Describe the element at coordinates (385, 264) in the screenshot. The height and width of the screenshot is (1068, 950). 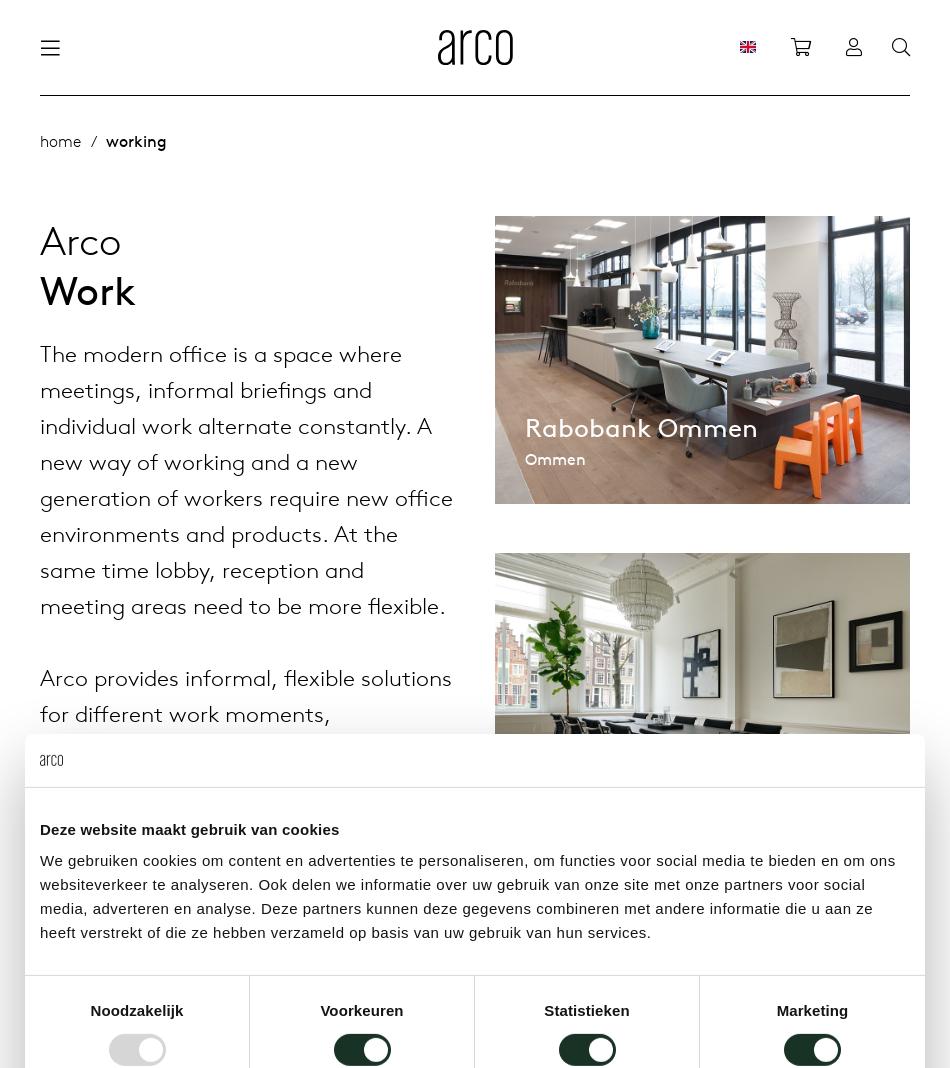
I see `'Wood certifications'` at that location.